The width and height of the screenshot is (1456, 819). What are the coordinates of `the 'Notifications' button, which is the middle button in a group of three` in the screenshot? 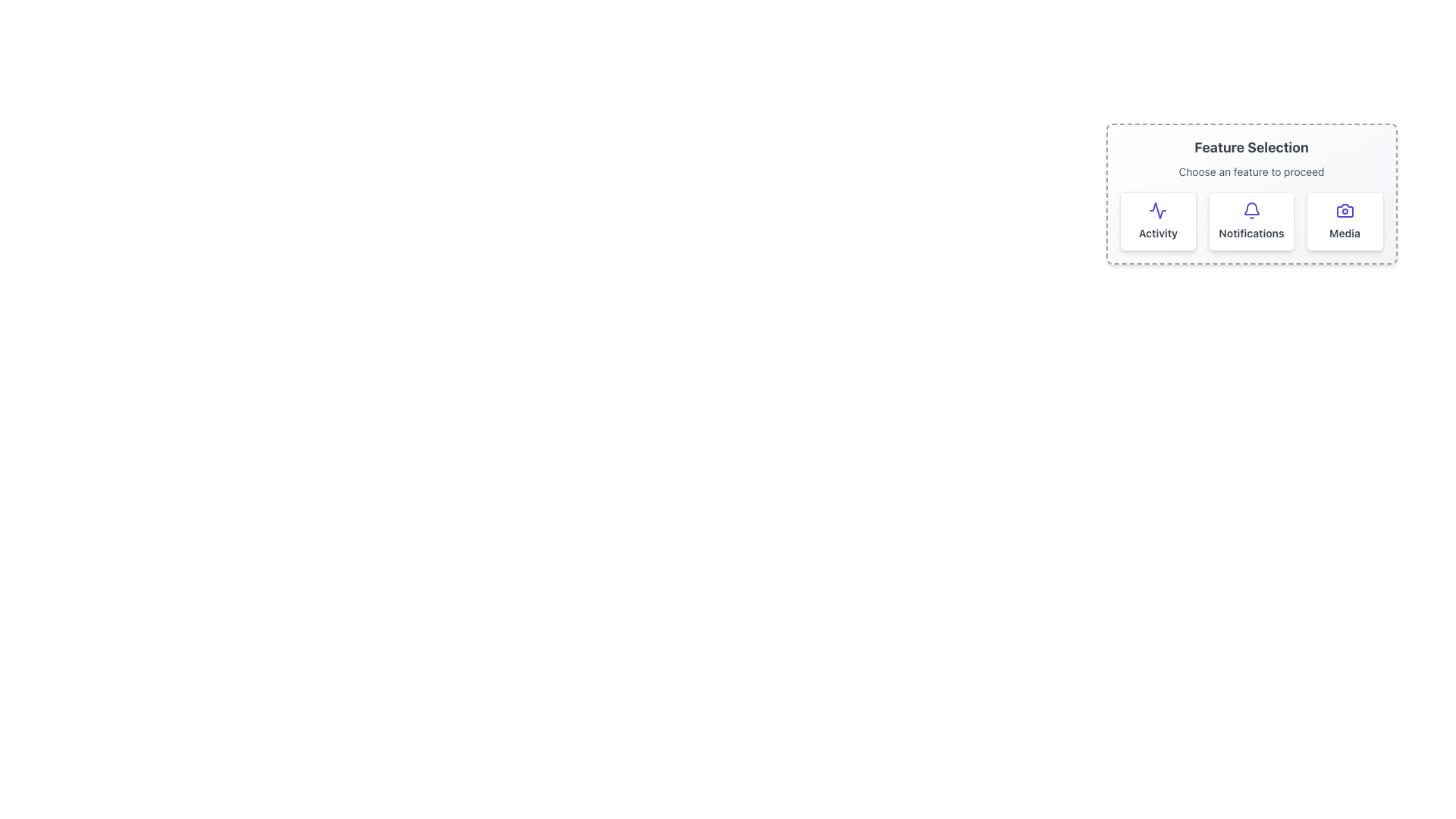 It's located at (1251, 193).